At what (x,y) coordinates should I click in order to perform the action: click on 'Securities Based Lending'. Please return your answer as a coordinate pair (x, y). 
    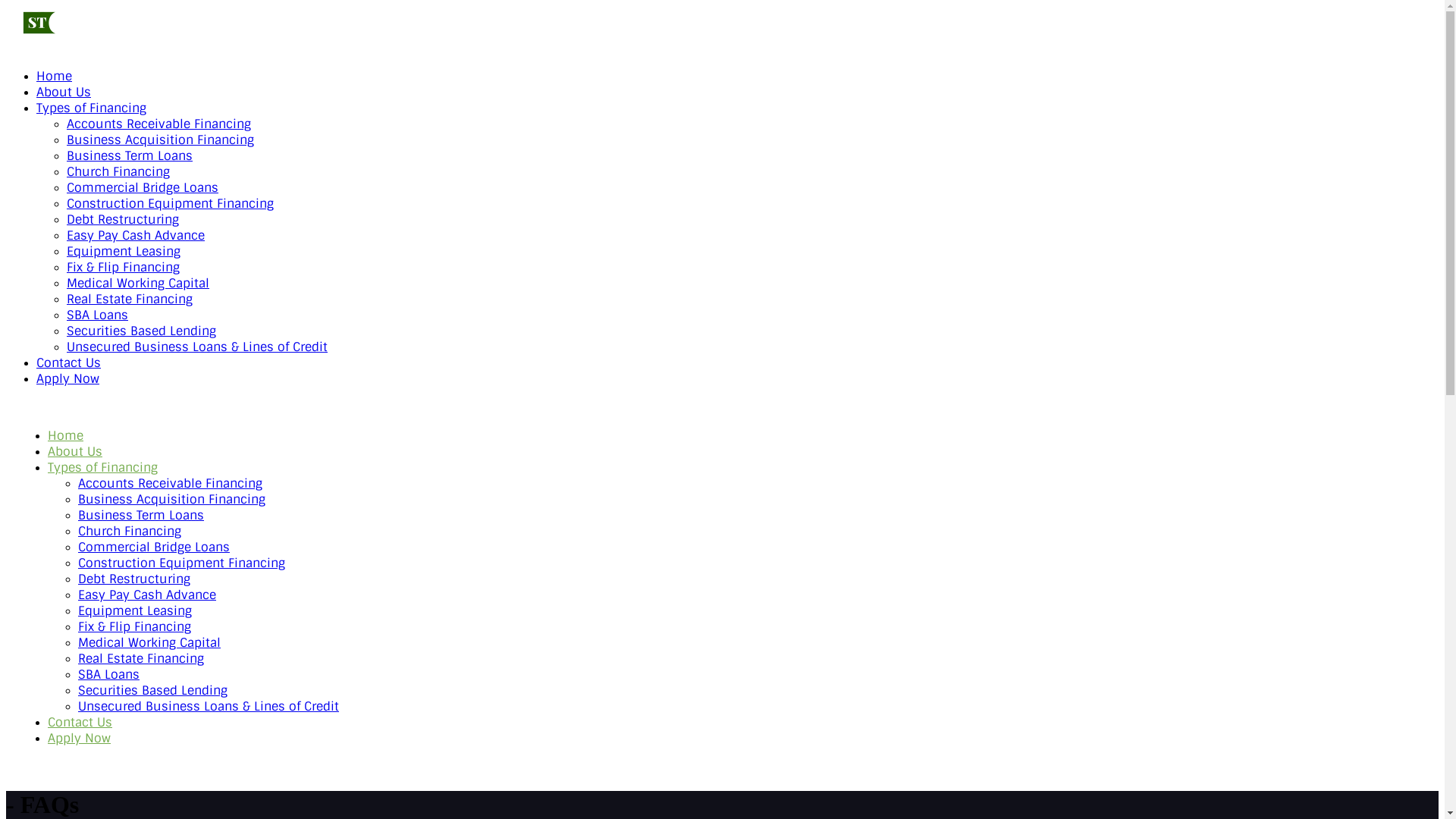
    Looking at the image, I should click on (141, 330).